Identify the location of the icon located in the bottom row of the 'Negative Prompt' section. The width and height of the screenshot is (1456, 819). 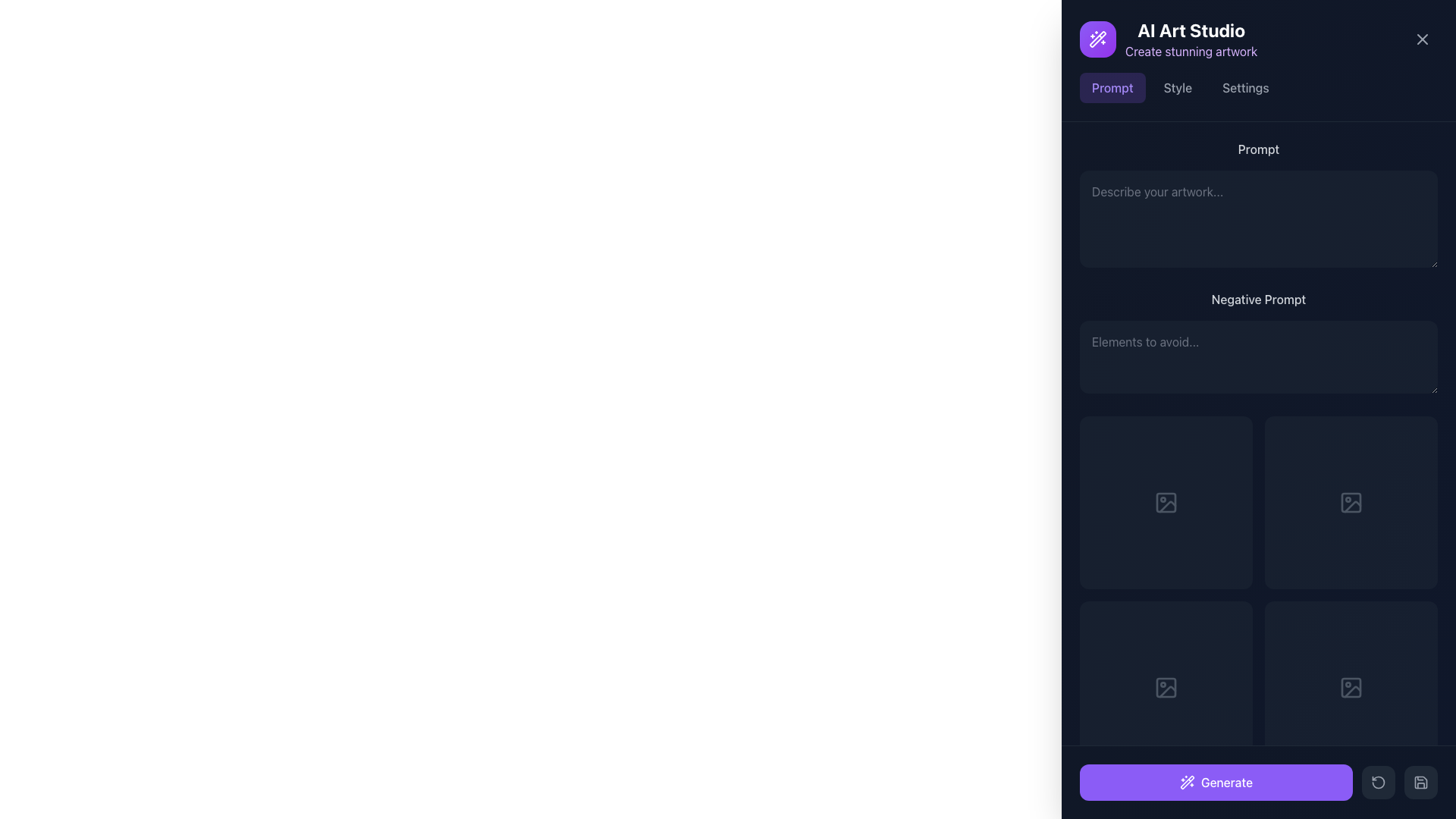
(1351, 503).